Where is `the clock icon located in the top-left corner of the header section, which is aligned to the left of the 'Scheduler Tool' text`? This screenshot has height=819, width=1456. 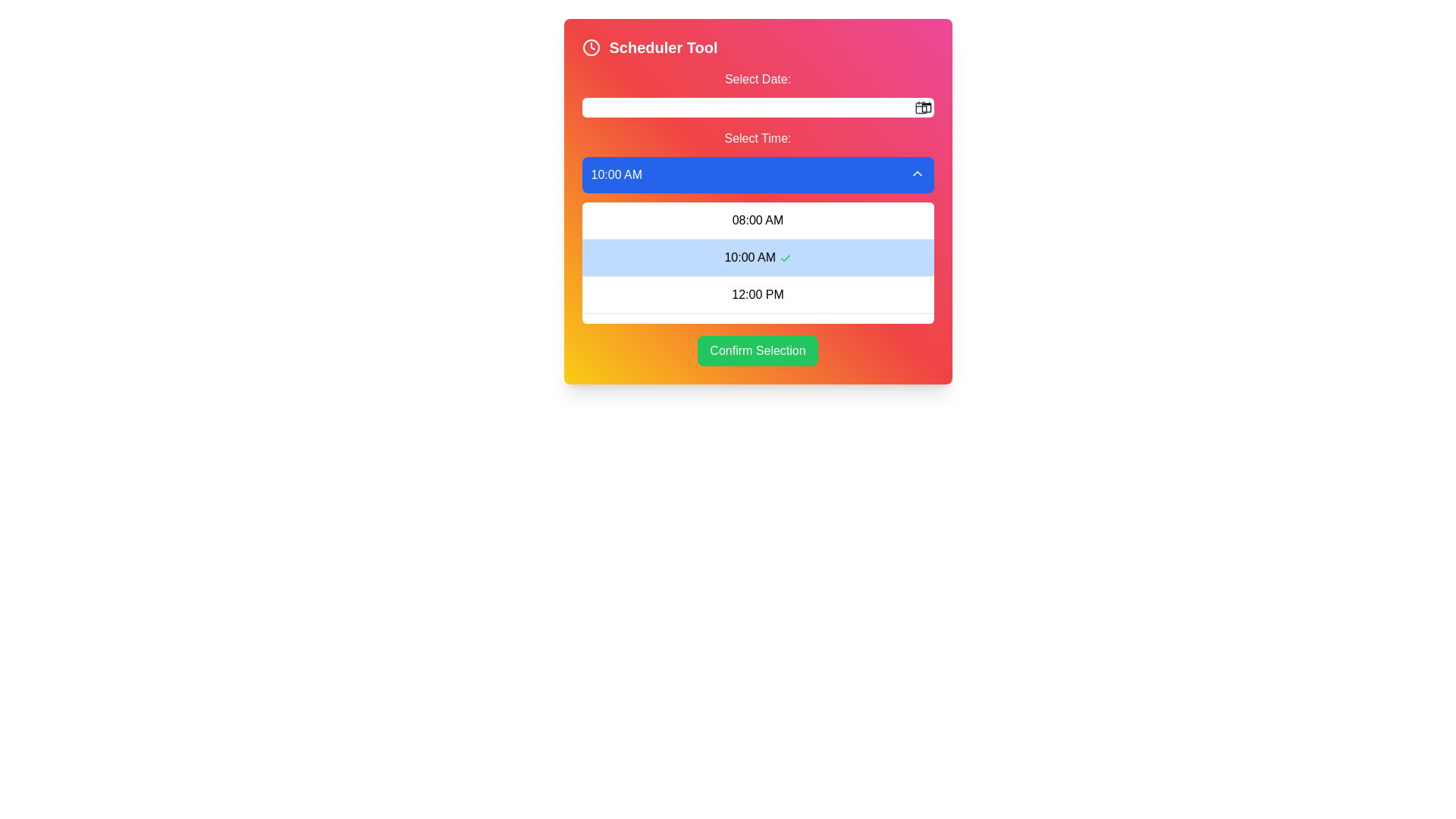
the clock icon located in the top-left corner of the header section, which is aligned to the left of the 'Scheduler Tool' text is located at coordinates (590, 46).